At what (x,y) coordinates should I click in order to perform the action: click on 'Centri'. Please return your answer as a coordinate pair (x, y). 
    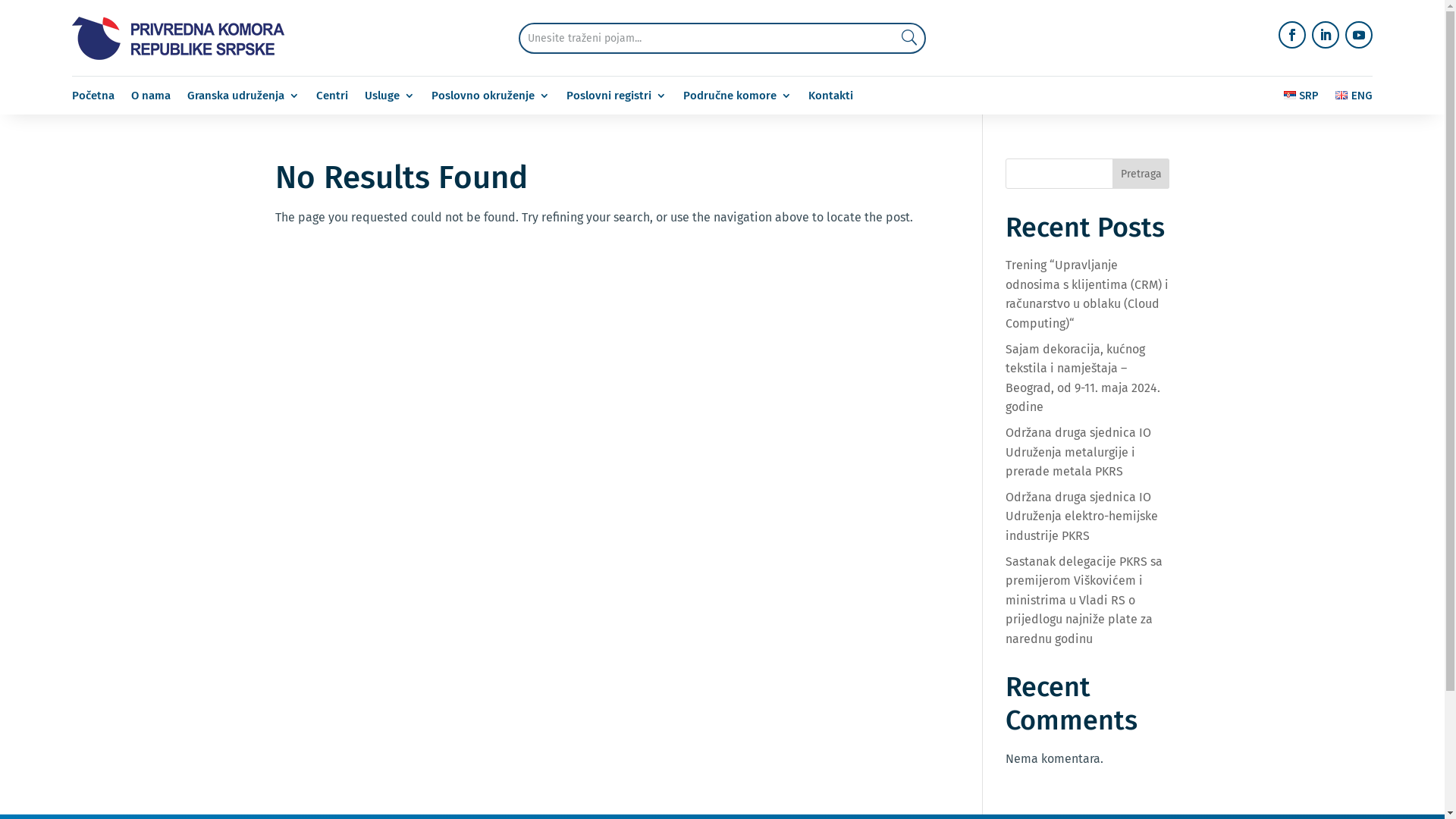
    Looking at the image, I should click on (331, 99).